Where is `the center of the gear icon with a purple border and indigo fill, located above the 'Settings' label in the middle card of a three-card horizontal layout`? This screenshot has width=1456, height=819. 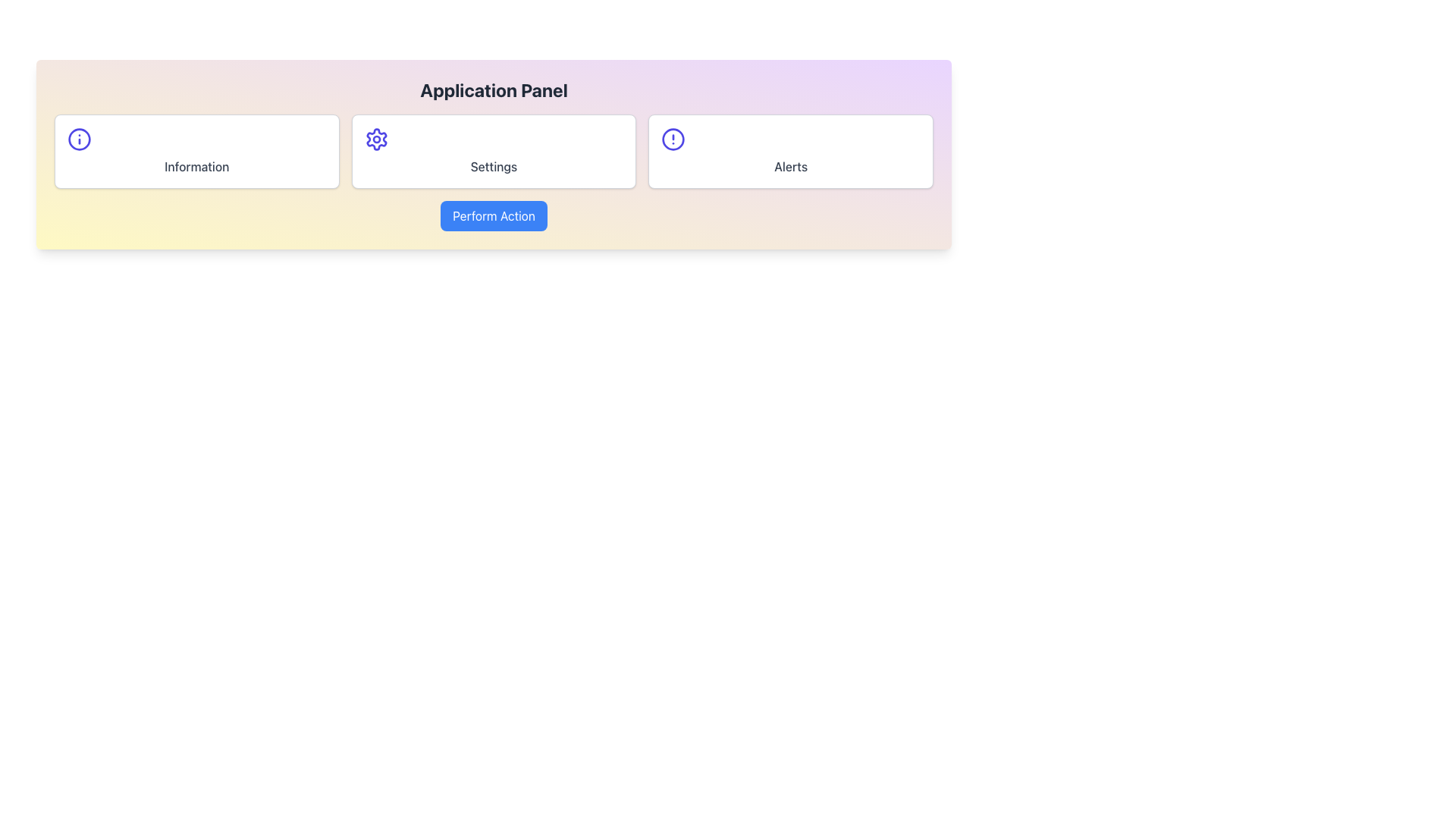
the center of the gear icon with a purple border and indigo fill, located above the 'Settings' label in the middle card of a three-card horizontal layout is located at coordinates (376, 140).